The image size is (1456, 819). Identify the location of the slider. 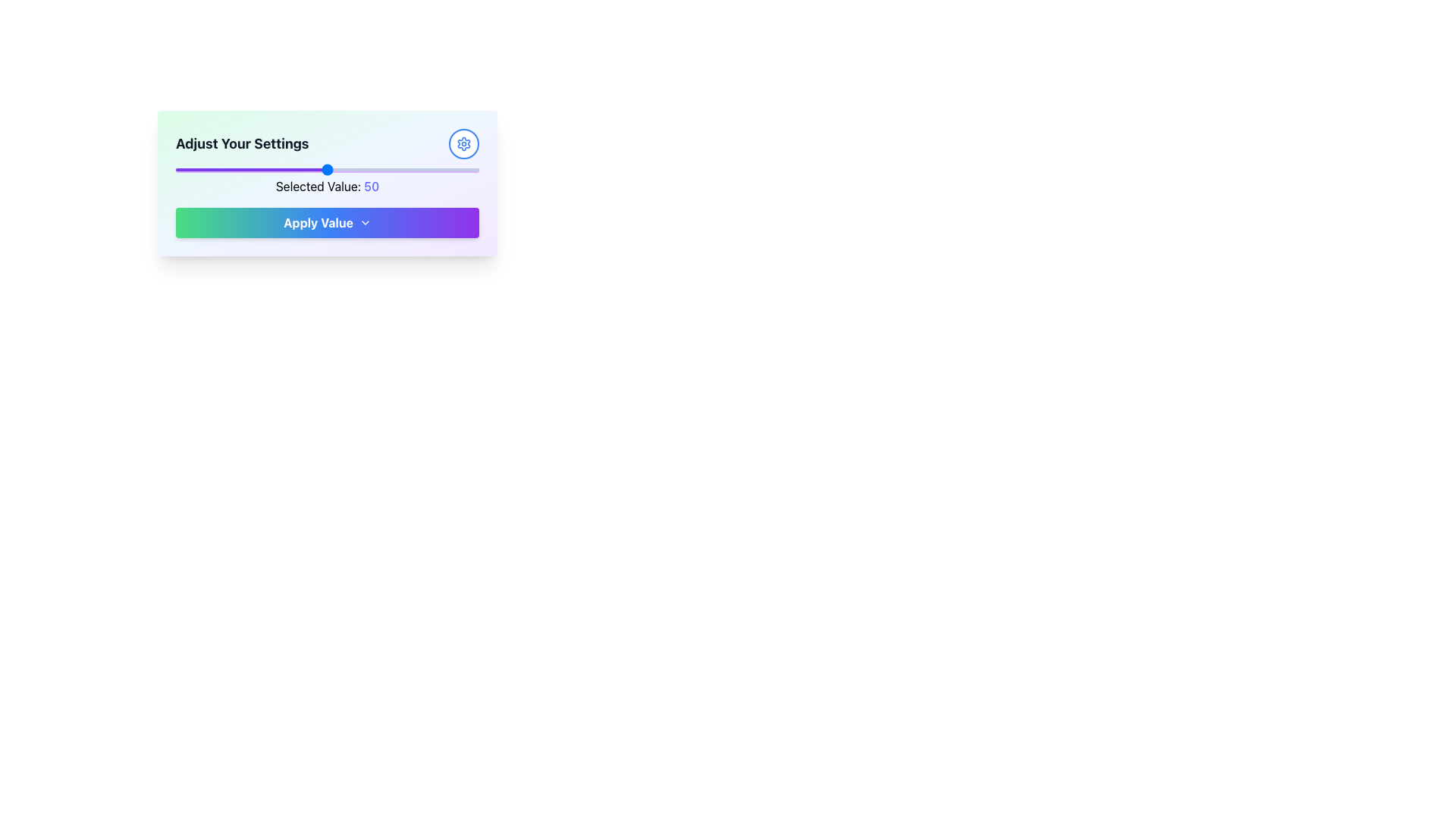
(323, 169).